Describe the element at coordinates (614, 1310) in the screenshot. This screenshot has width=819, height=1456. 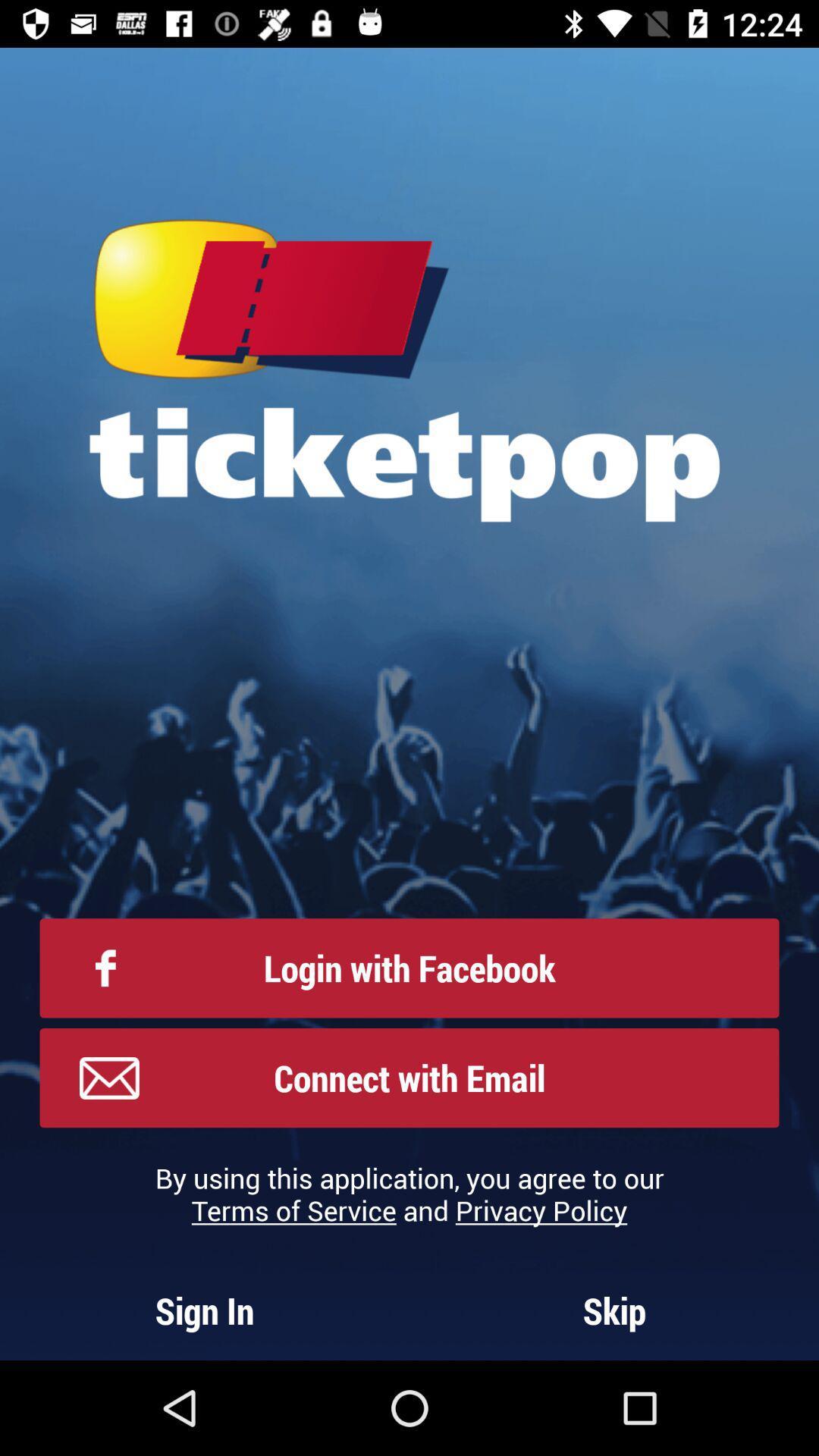
I see `skip` at that location.